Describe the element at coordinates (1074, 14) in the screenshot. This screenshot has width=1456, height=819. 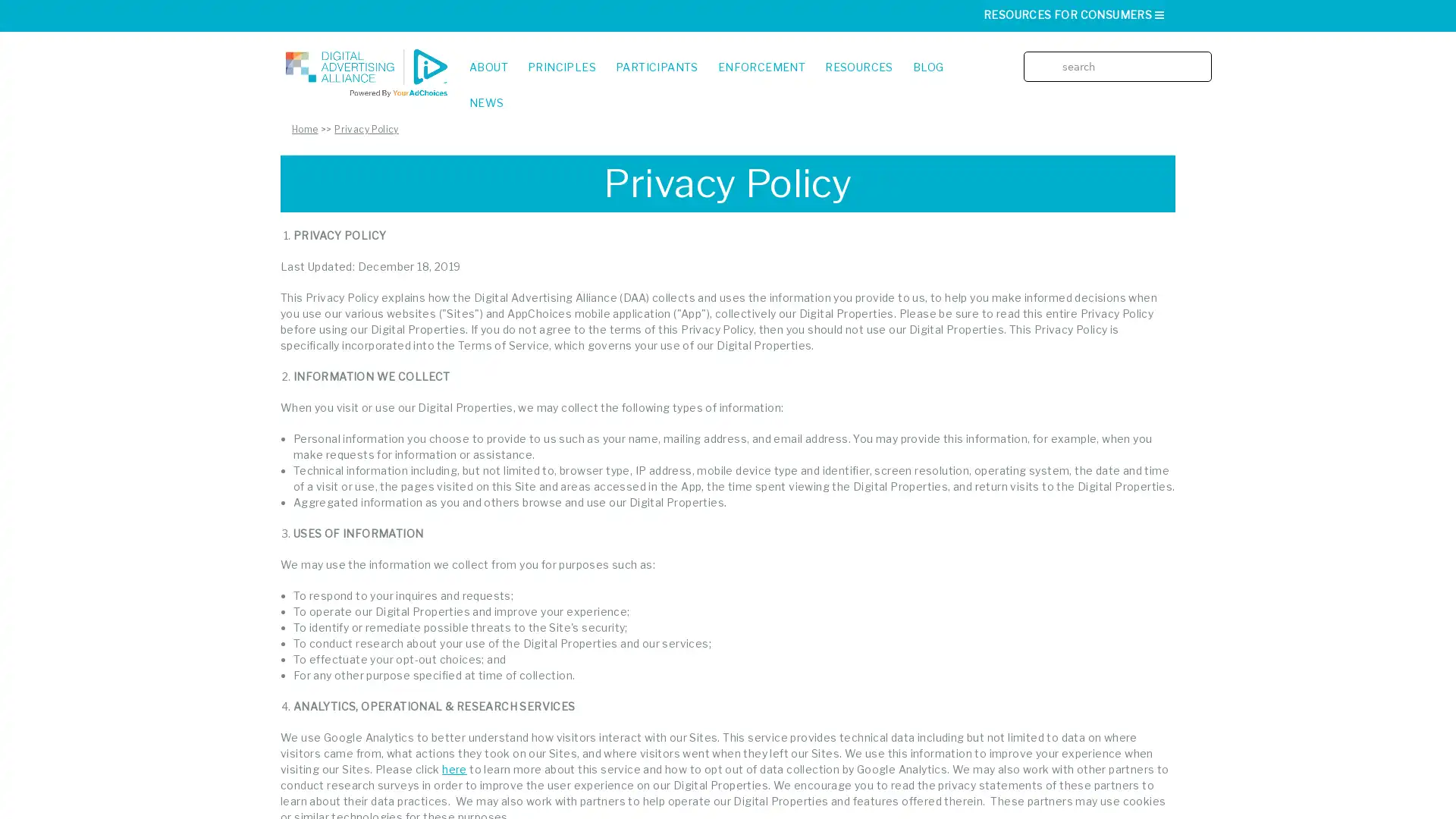
I see `RESOURCES FOR CONSUMERS` at that location.